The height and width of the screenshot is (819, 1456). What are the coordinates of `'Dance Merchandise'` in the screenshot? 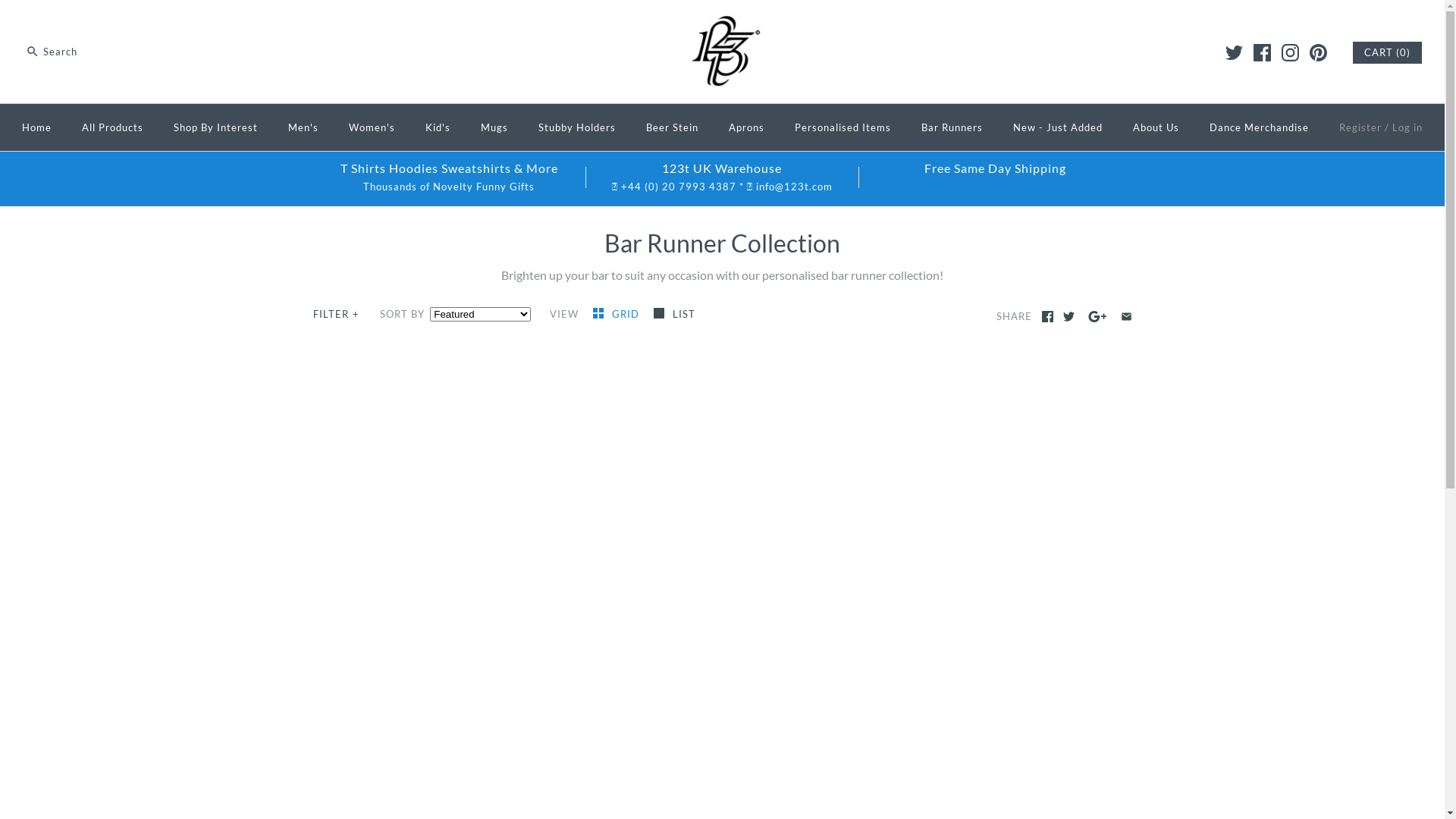 It's located at (1259, 127).